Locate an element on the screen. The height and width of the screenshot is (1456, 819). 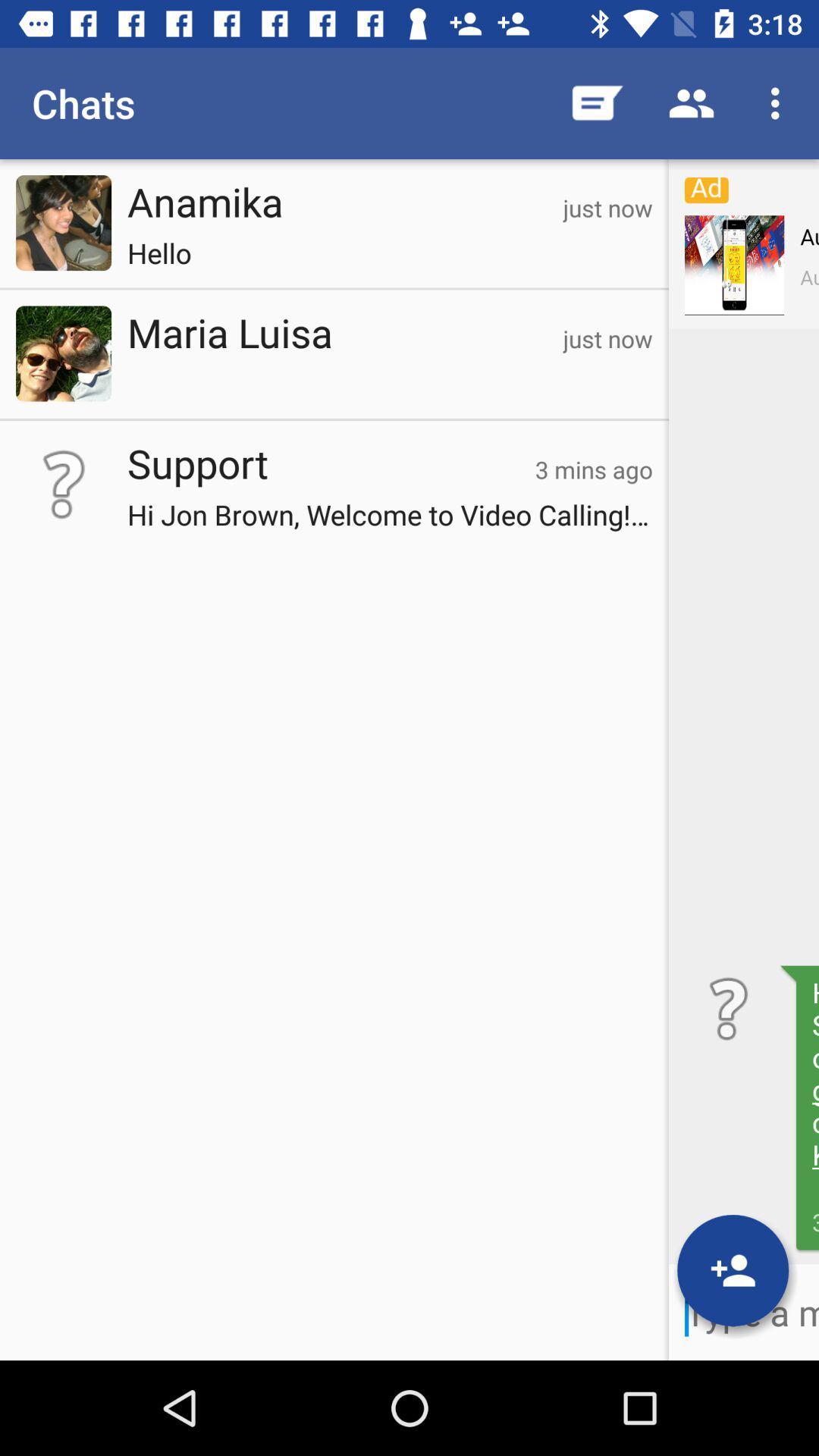
the follow icon is located at coordinates (732, 1270).